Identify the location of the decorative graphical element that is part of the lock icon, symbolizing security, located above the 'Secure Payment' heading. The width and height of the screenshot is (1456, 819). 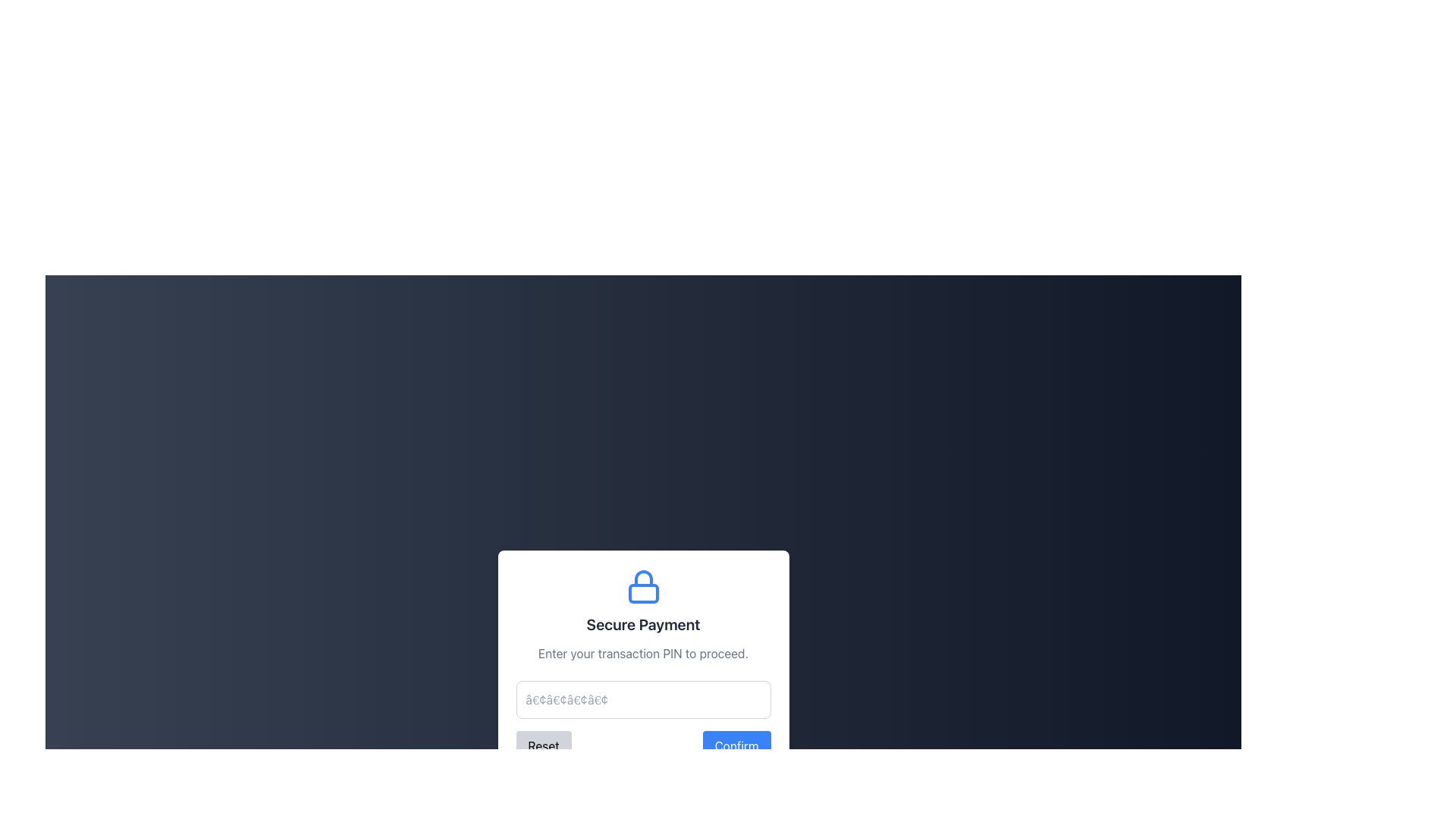
(643, 593).